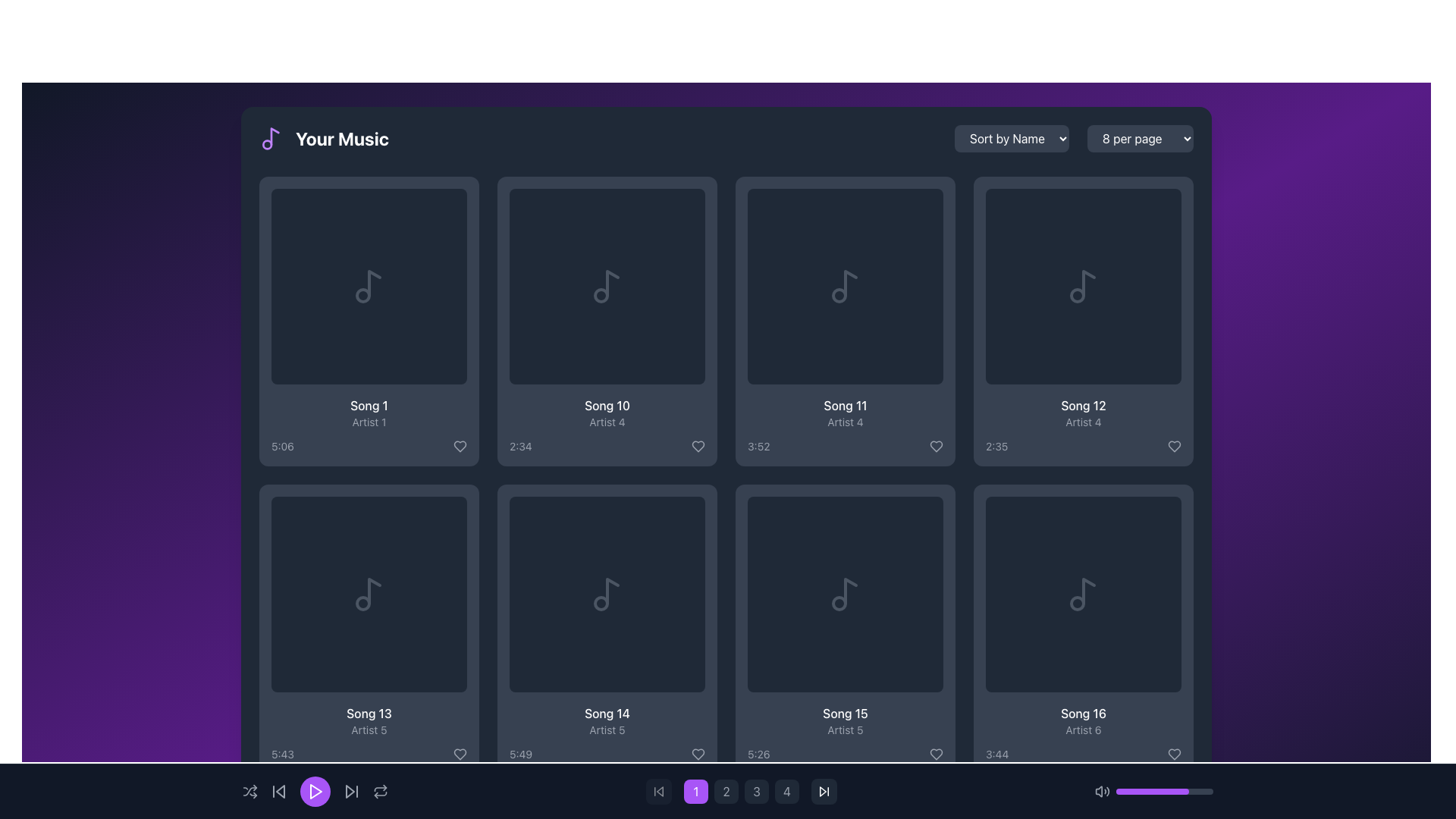 This screenshot has height=819, width=1456. I want to click on the triangular play icon button located in the first music card titled 'Song 1 - Artist 1', so click(369, 287).